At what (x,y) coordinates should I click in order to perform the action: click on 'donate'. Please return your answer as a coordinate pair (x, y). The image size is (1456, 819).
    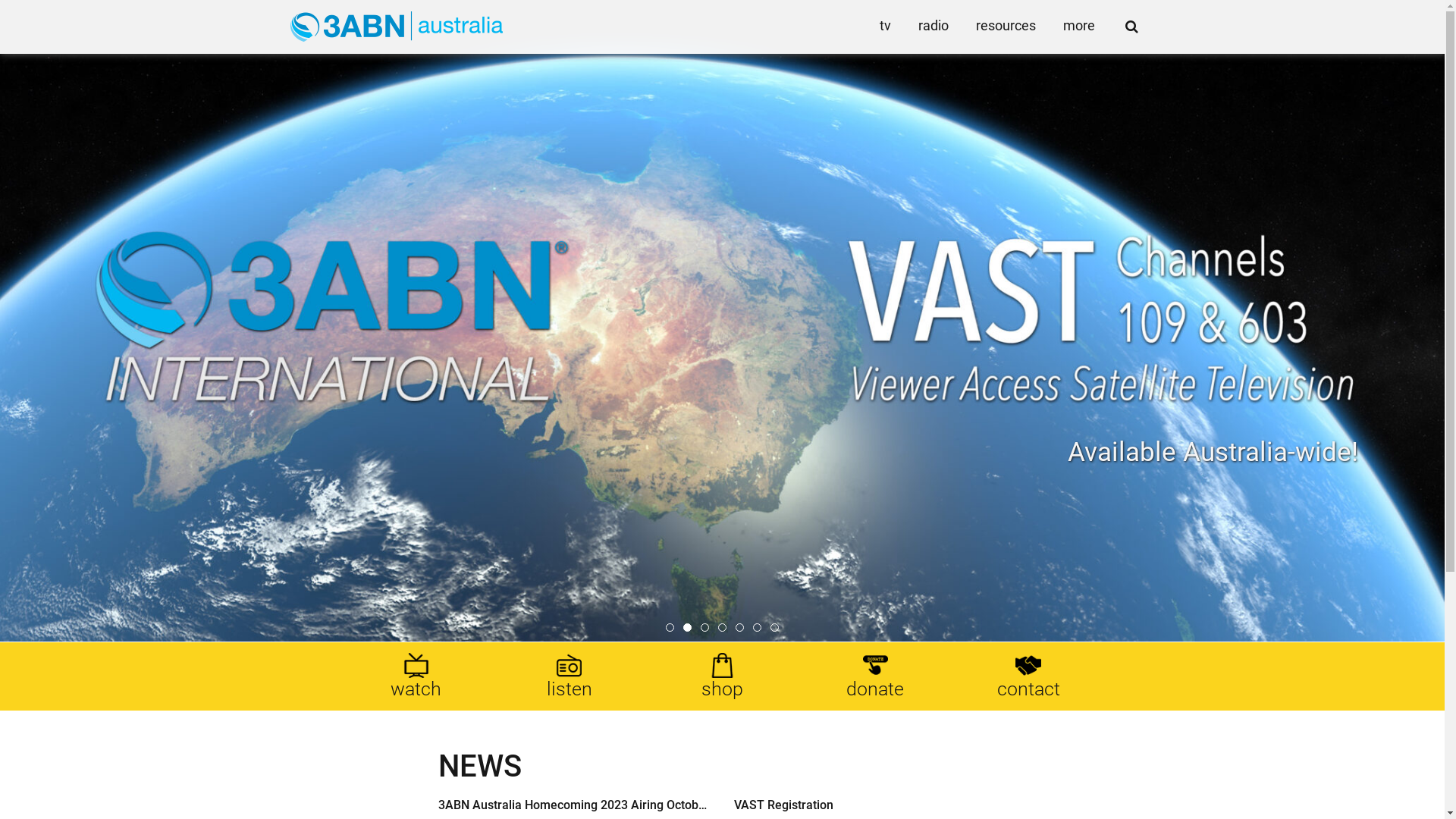
    Looking at the image, I should click on (874, 675).